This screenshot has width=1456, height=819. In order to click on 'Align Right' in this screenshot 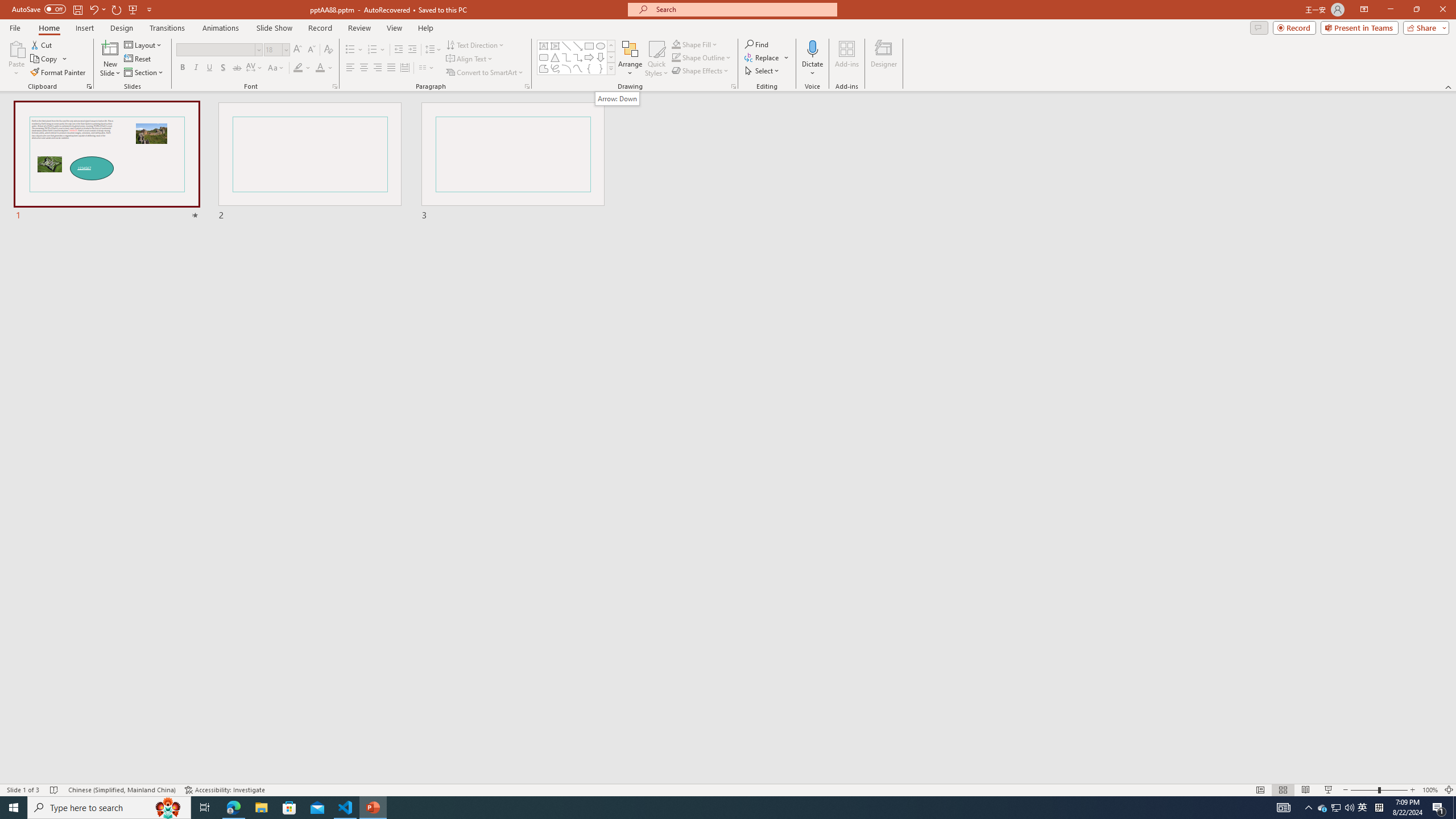, I will do `click(378, 67)`.